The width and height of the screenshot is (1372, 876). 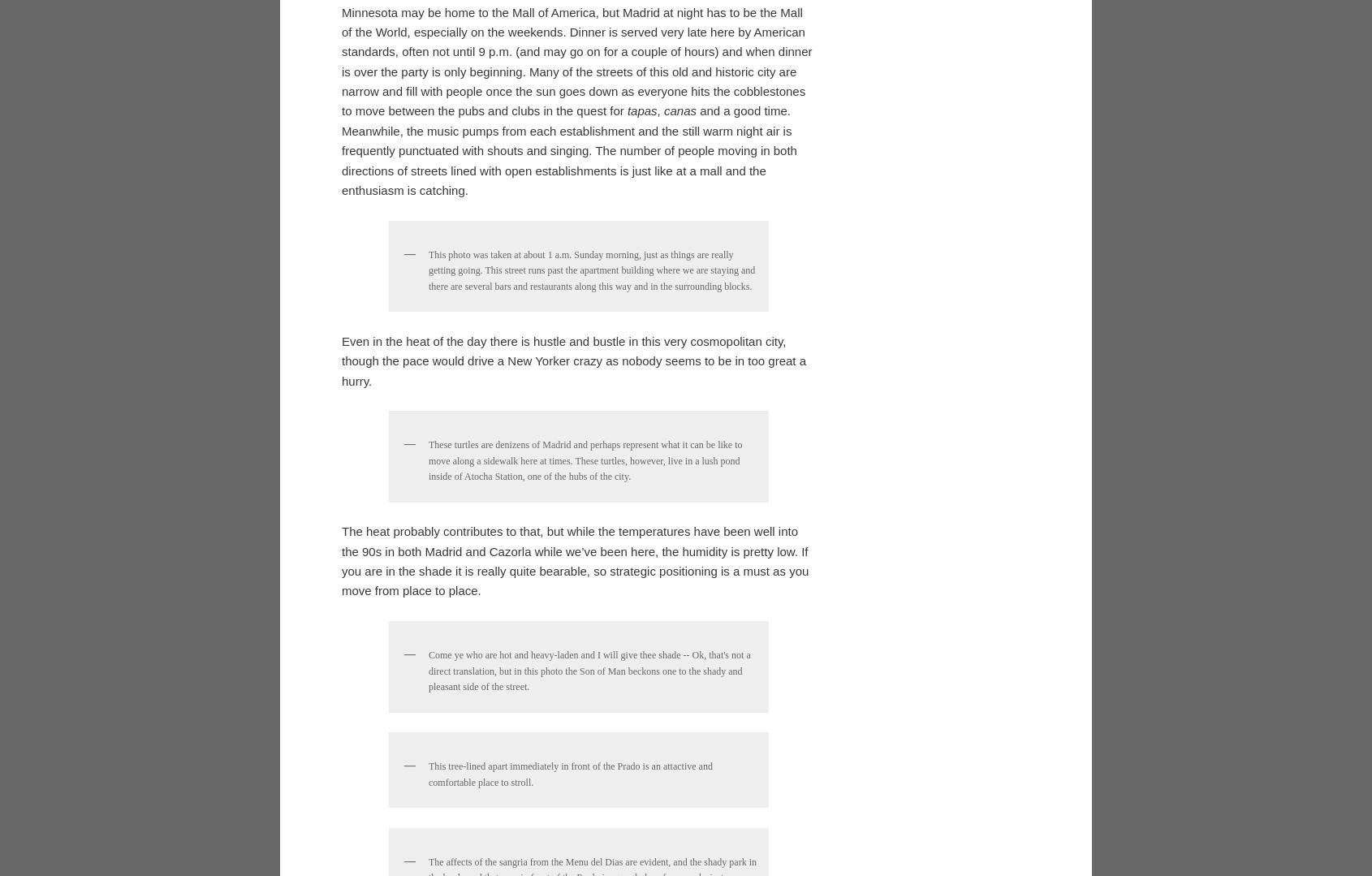 I want to click on 'Posted in', so click(x=361, y=345).